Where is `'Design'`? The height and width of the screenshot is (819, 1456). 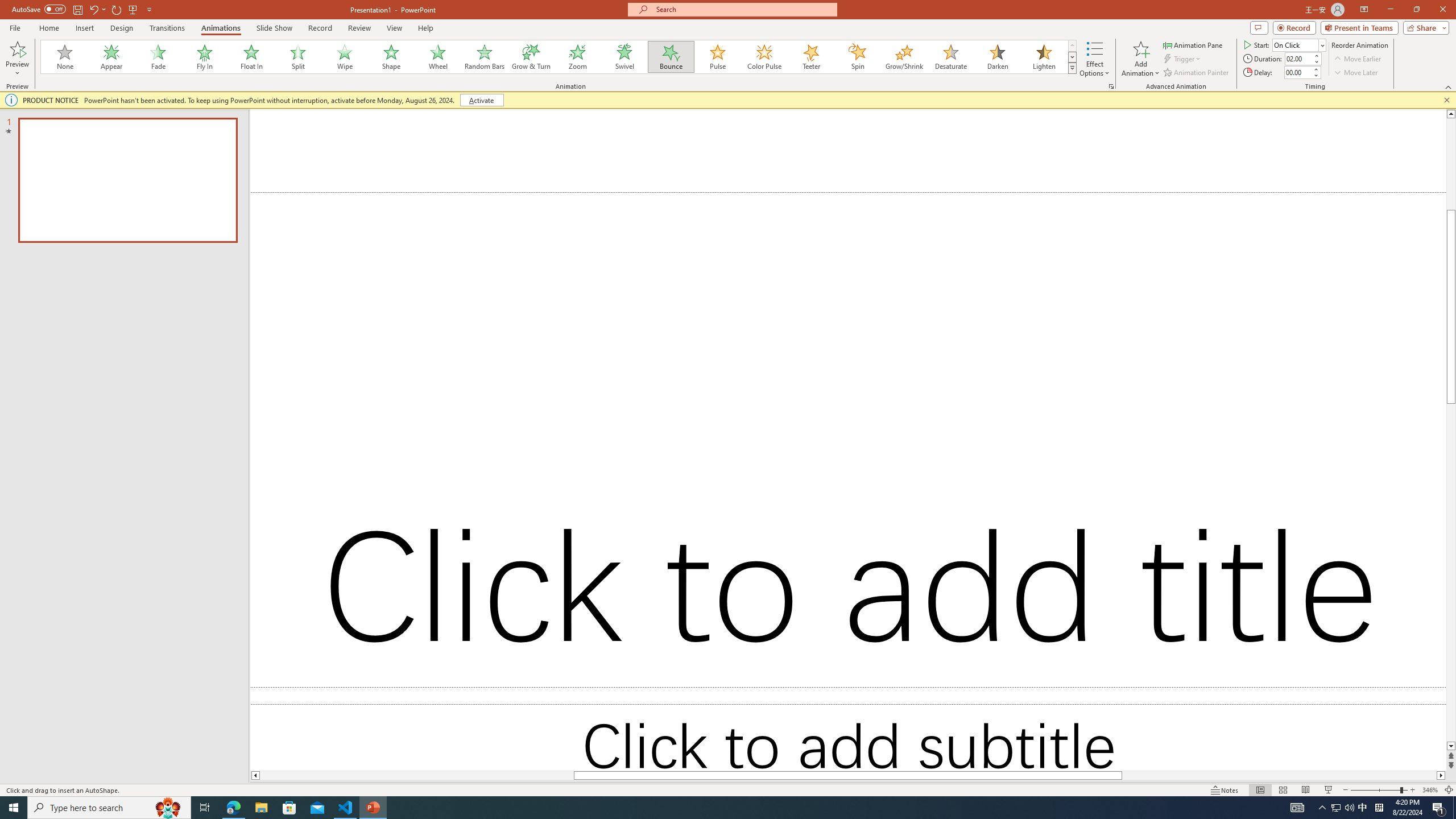
'Design' is located at coordinates (122, 28).